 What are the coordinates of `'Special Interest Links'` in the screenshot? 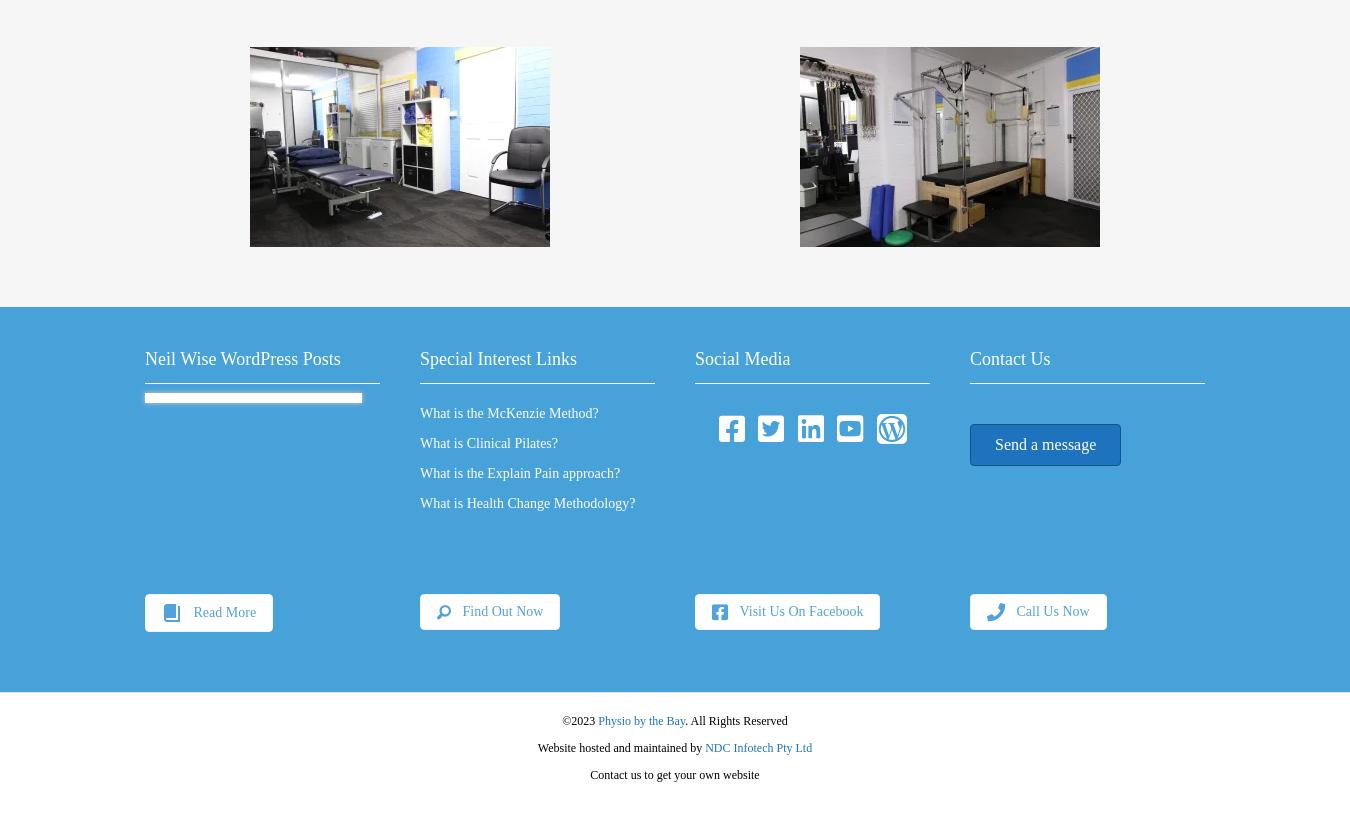 It's located at (497, 358).